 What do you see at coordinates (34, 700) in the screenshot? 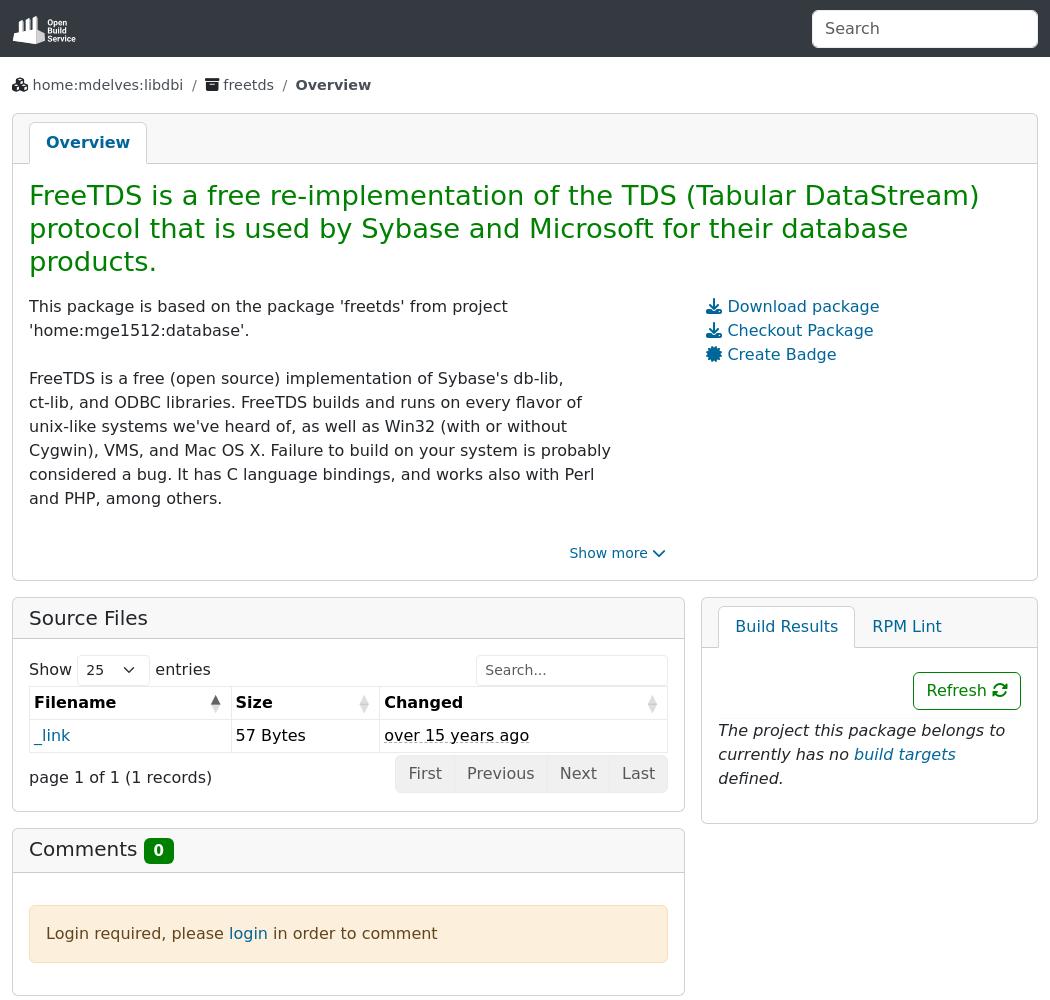
I see `'Filename'` at bounding box center [34, 700].